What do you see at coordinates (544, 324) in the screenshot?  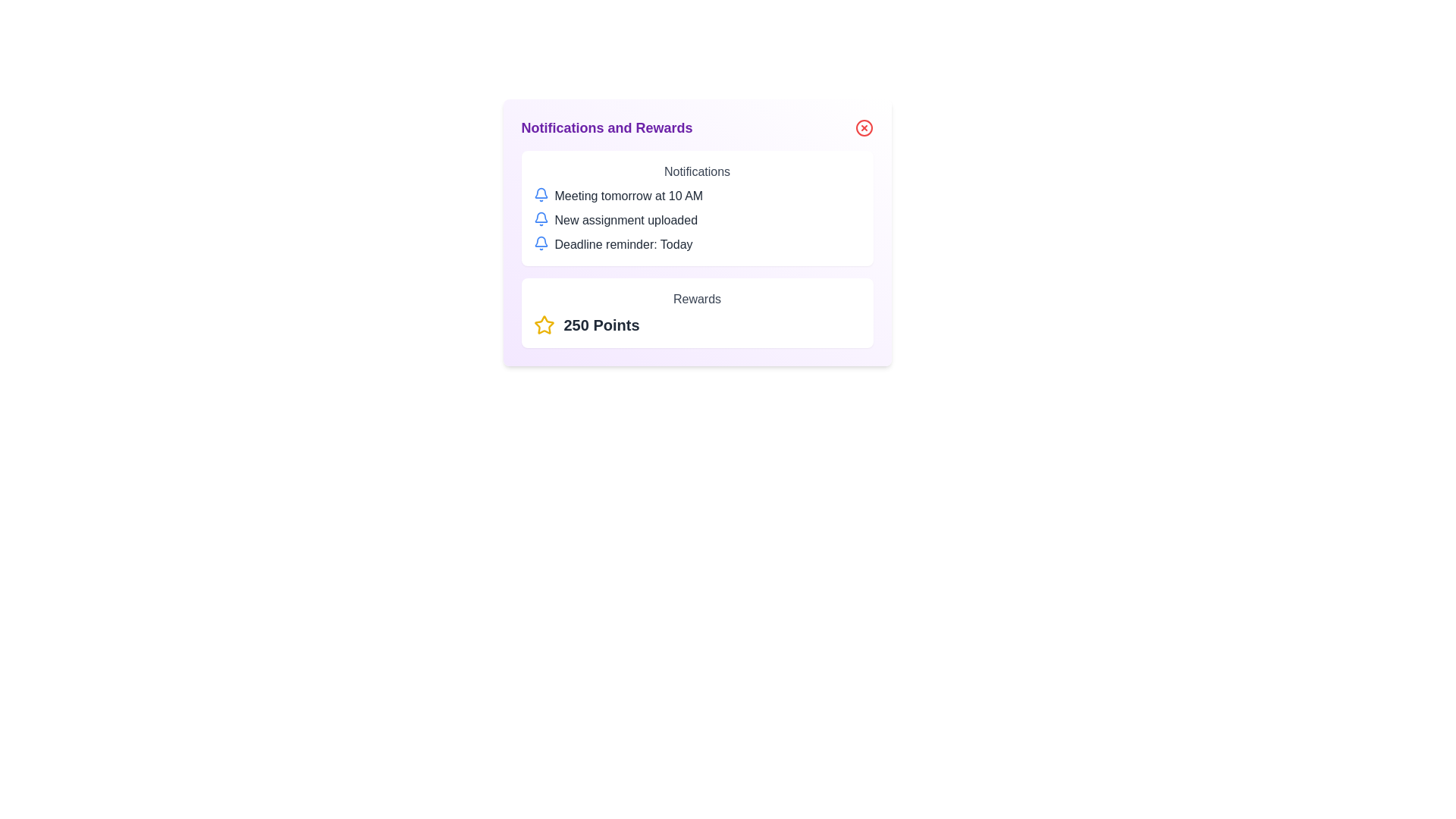 I see `the reward icon located to the left of the '250 Points' text in the 'Rewards' card interface` at bounding box center [544, 324].